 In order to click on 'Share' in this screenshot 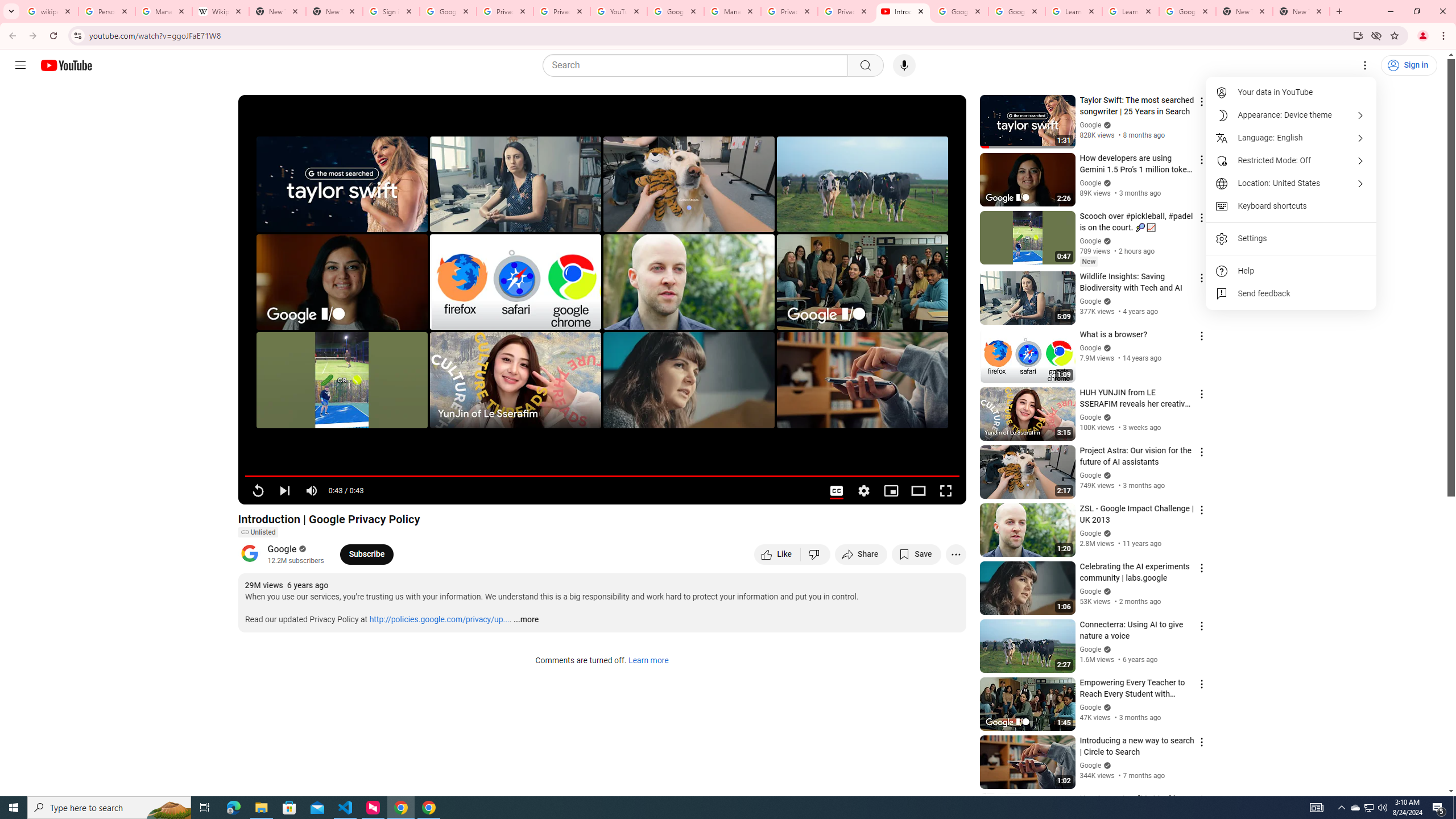, I will do `click(861, 553)`.